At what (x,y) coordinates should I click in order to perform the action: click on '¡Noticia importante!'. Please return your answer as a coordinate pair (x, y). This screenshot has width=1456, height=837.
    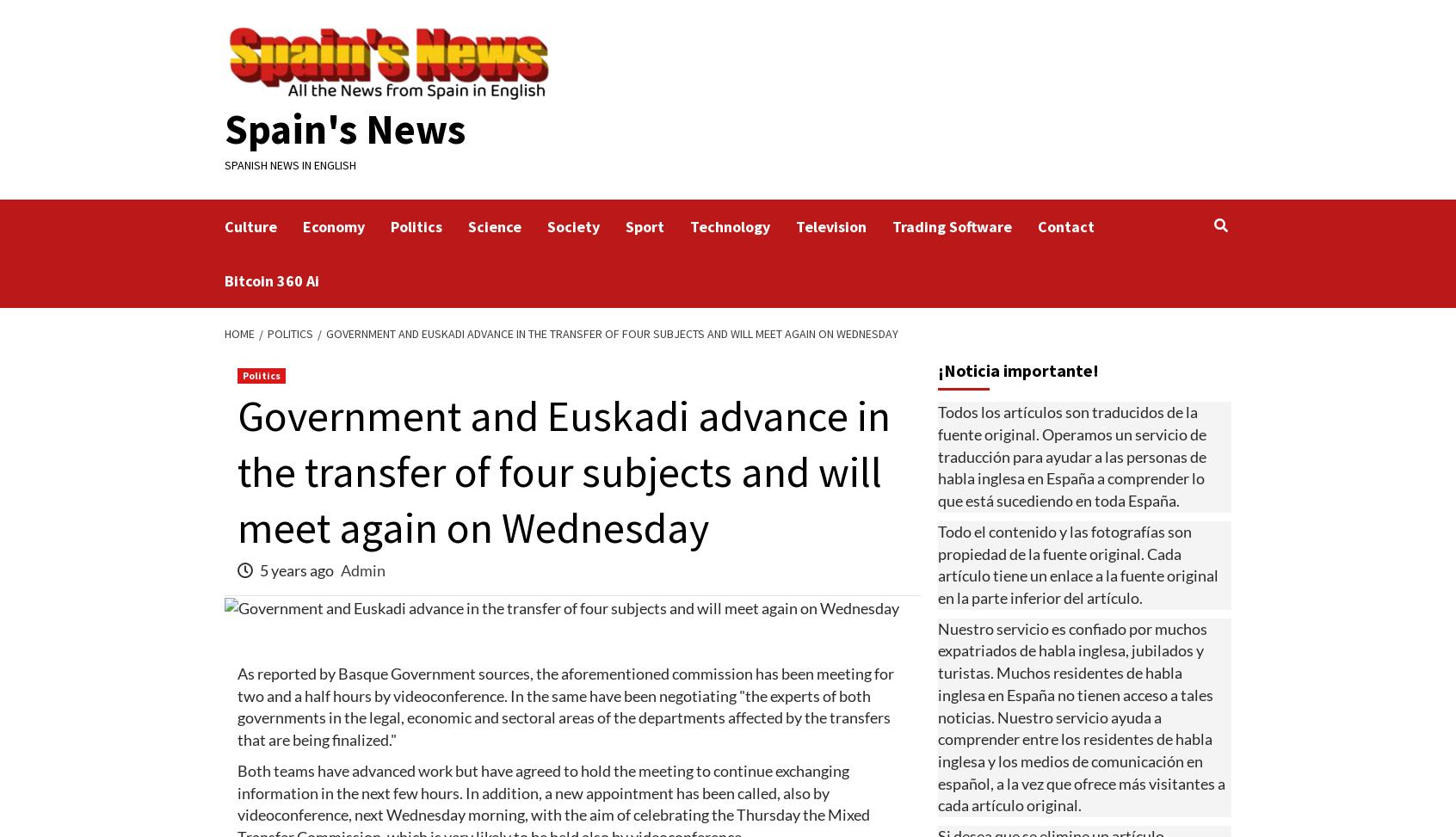
    Looking at the image, I should click on (1017, 370).